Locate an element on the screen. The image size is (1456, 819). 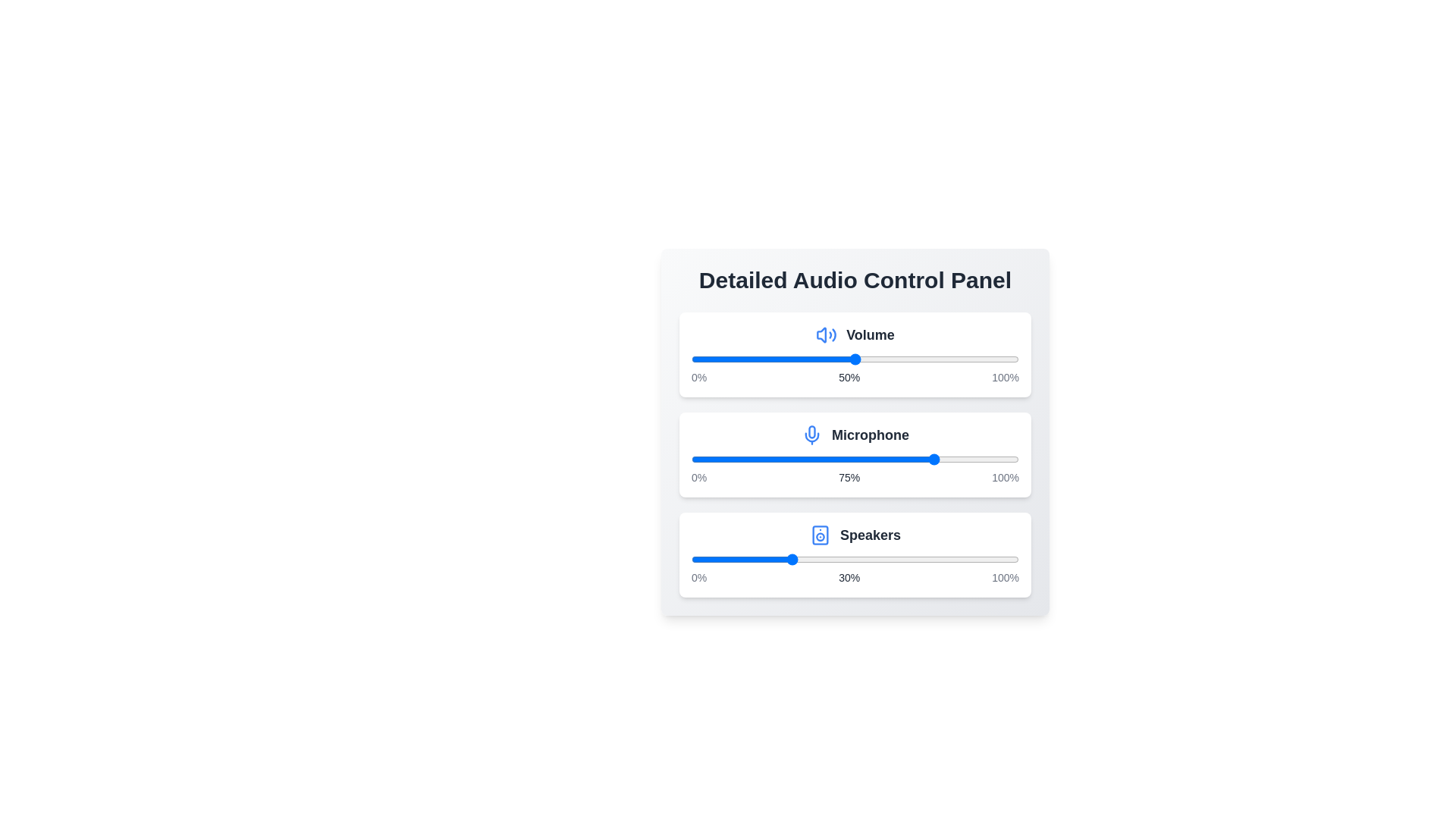
the speaker level to 91% using the slider is located at coordinates (990, 559).